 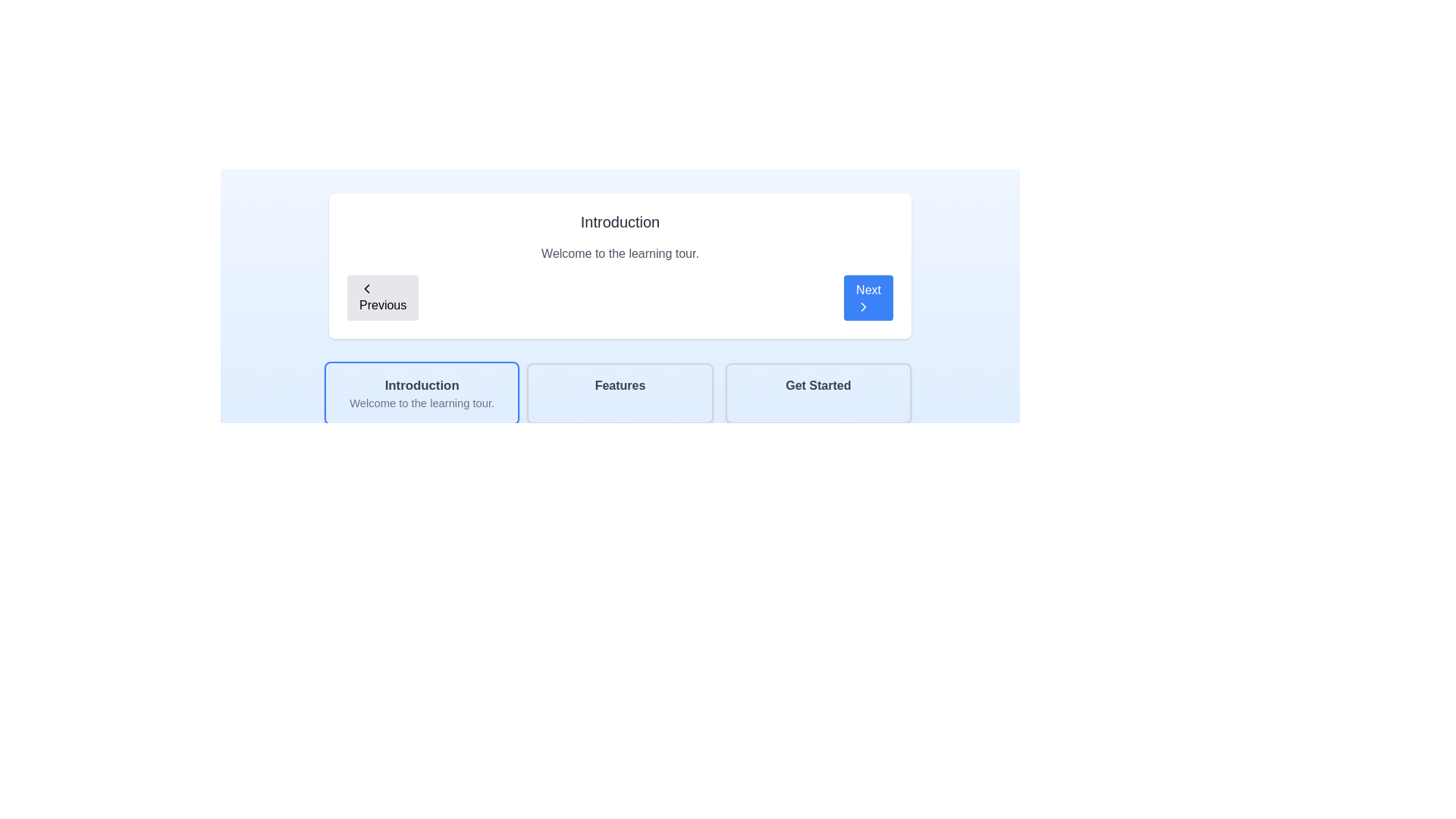 What do you see at coordinates (422, 393) in the screenshot?
I see `the Informational card or panel with a light blue background, featuring the title 'Introduction' and the text 'Welcome to the learning tour.' positioned centrally at the bottom region of the interface` at bounding box center [422, 393].